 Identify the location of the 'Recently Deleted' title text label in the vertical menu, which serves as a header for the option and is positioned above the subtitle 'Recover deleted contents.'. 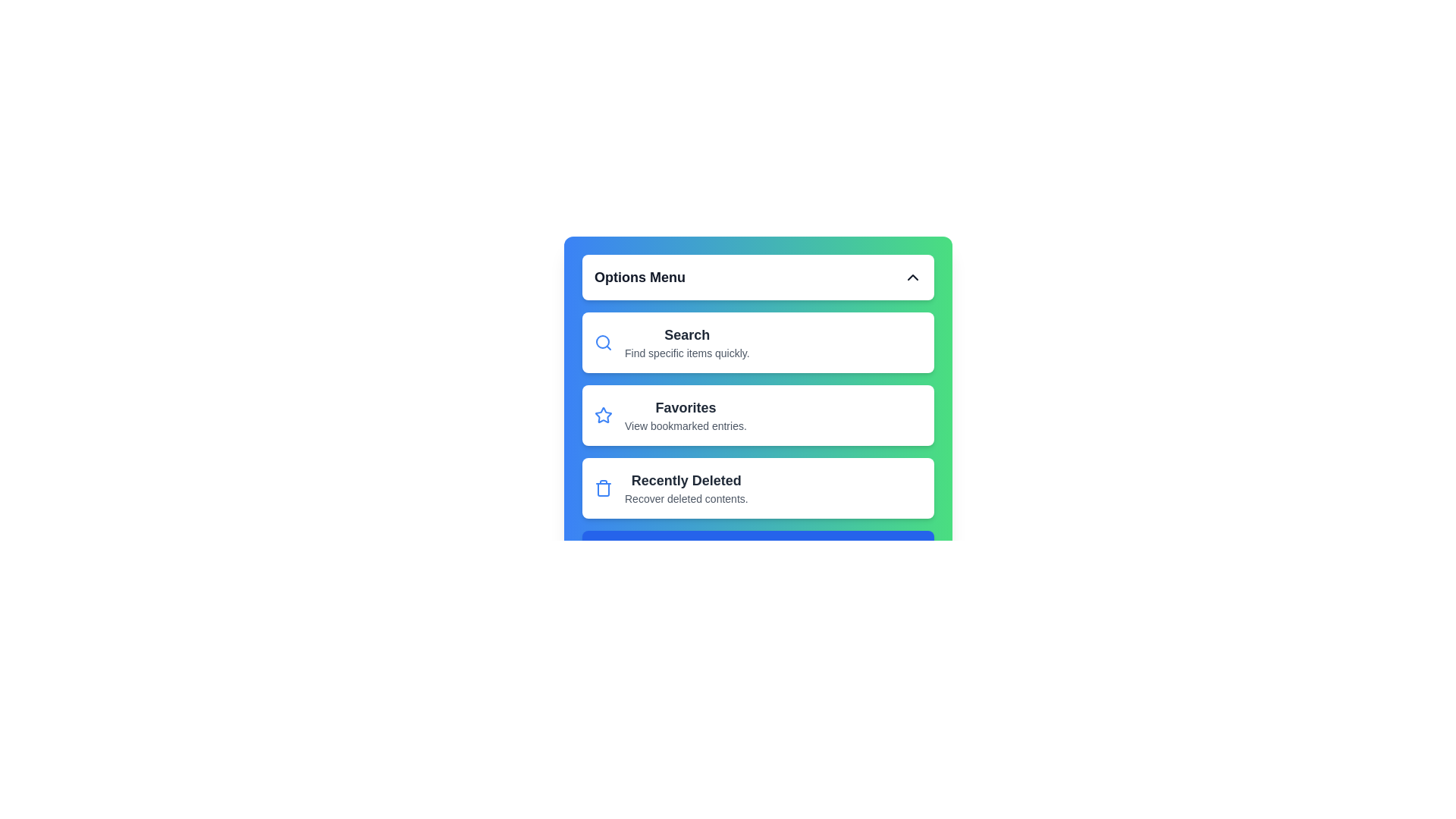
(686, 480).